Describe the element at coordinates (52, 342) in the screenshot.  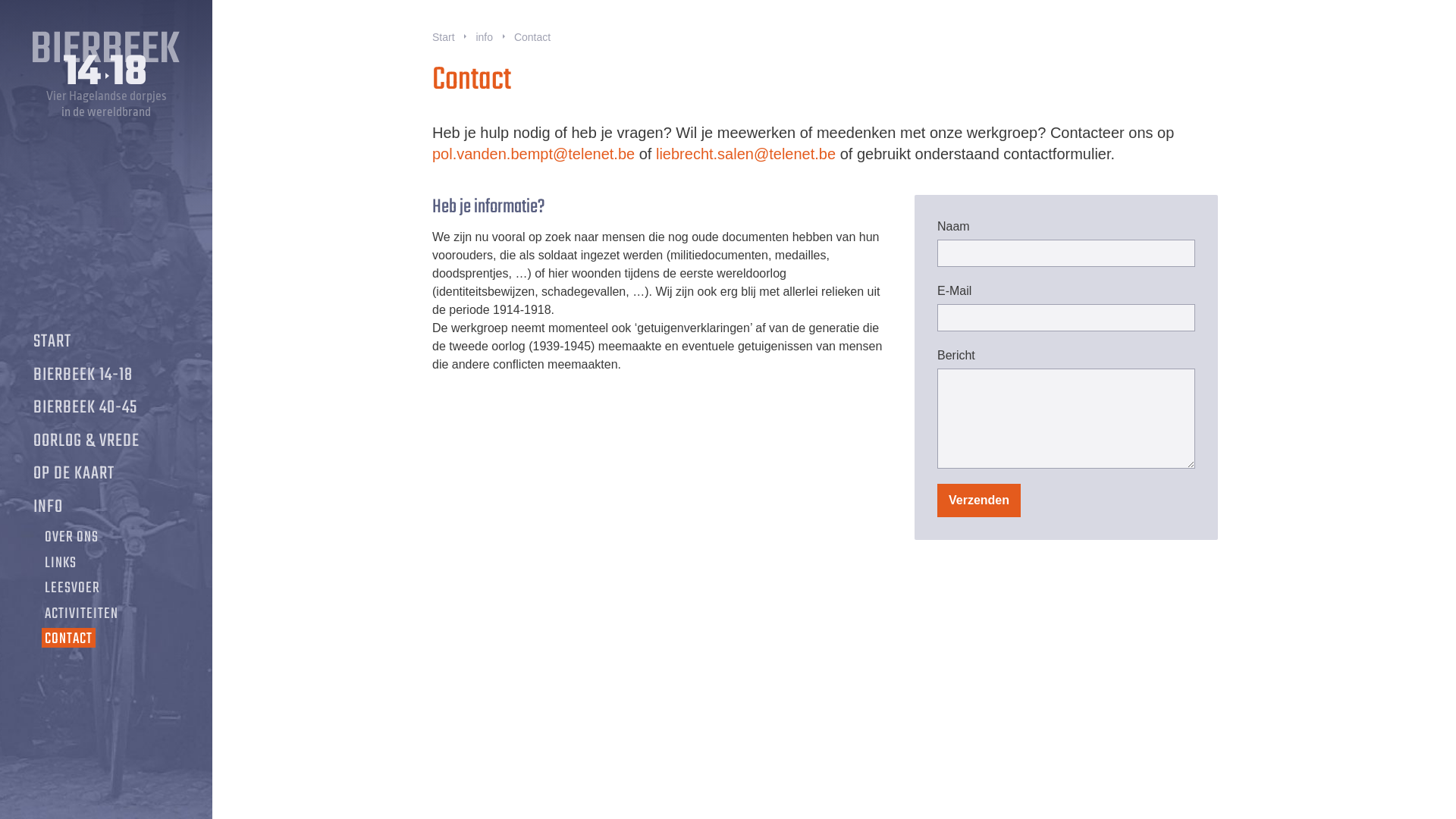
I see `'START'` at that location.